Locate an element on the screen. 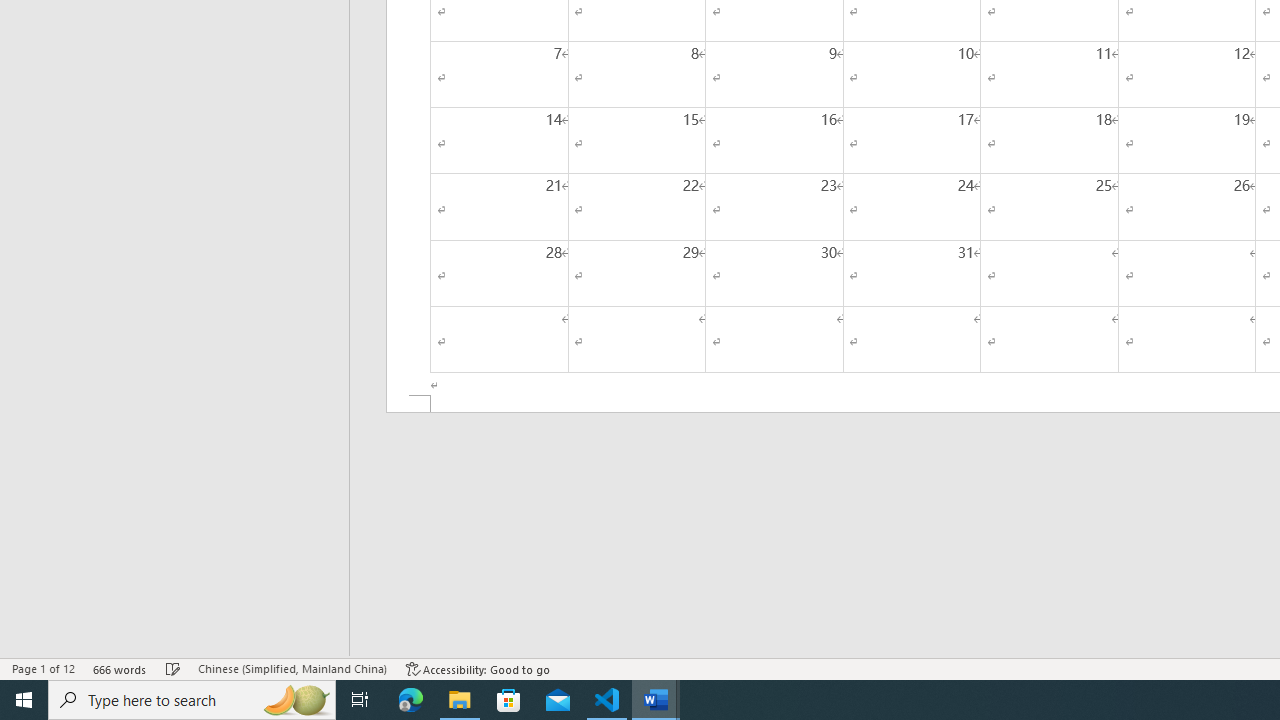  'Spelling and Grammar Check Checking' is located at coordinates (173, 669).